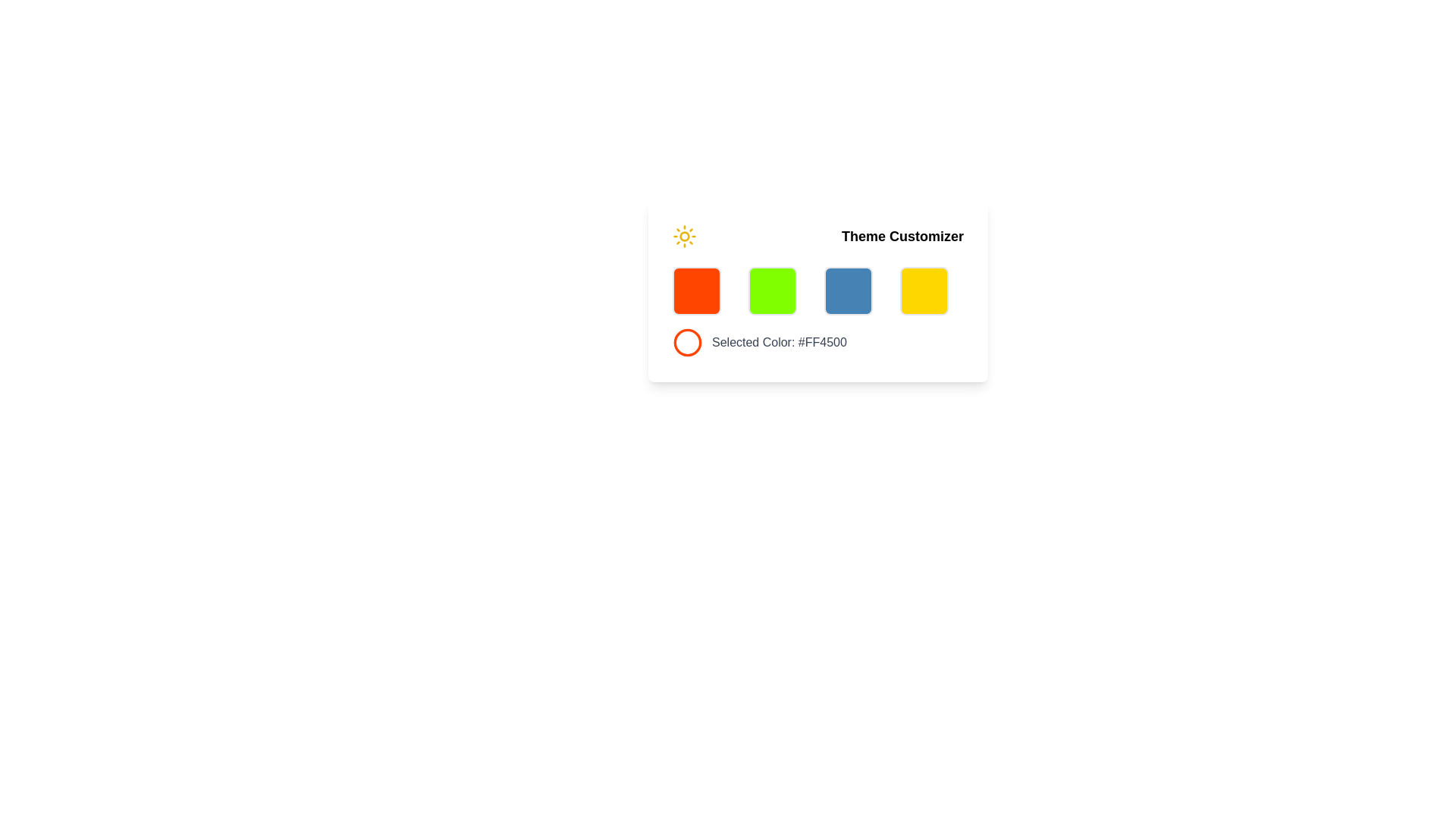 The image size is (1456, 819). Describe the element at coordinates (924, 291) in the screenshot. I see `the fourth button in the horizontal grid of theme options` at that location.